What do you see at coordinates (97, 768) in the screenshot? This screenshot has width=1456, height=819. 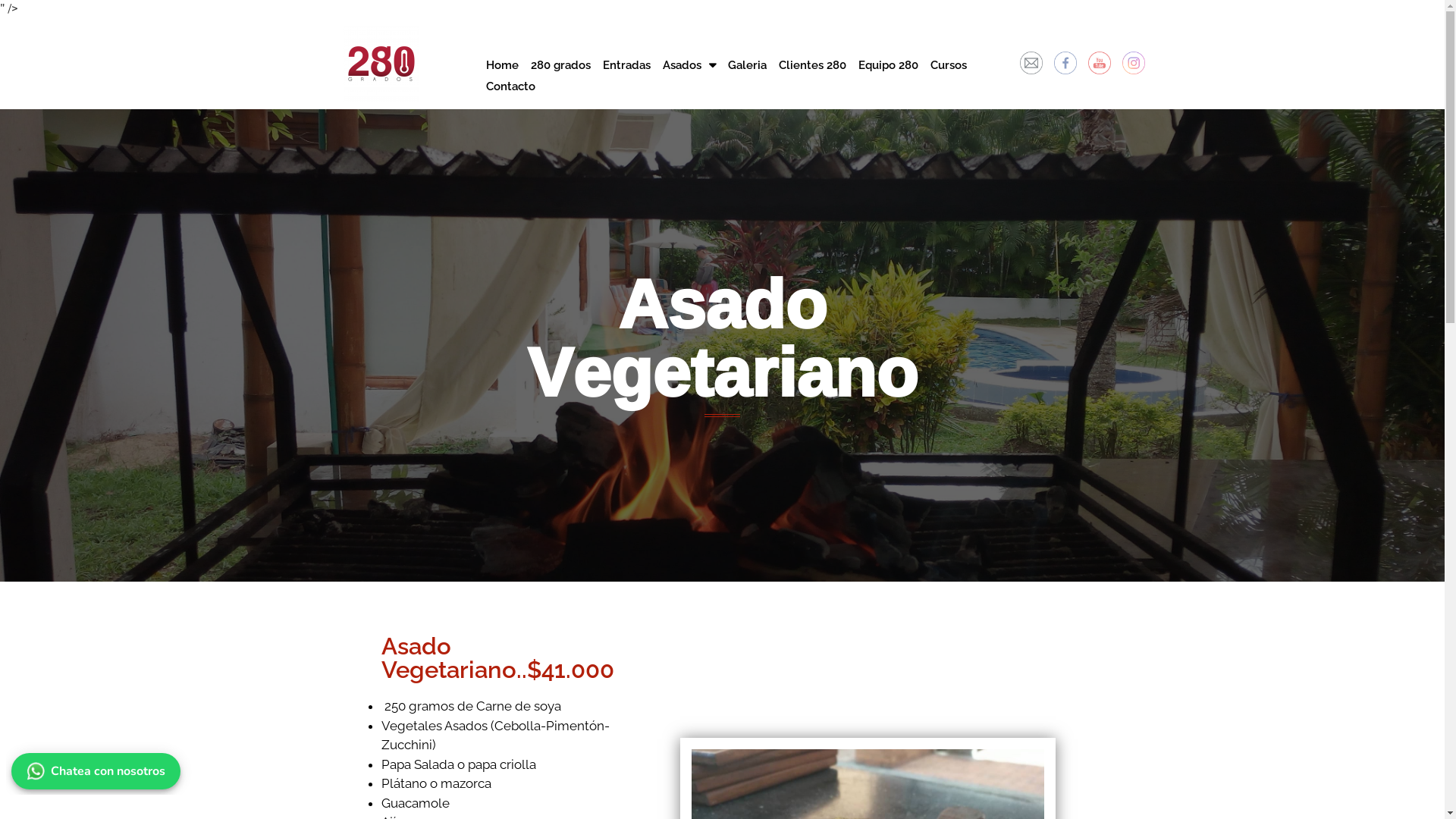 I see `'Cliengo Widget WhatsApp'` at bounding box center [97, 768].